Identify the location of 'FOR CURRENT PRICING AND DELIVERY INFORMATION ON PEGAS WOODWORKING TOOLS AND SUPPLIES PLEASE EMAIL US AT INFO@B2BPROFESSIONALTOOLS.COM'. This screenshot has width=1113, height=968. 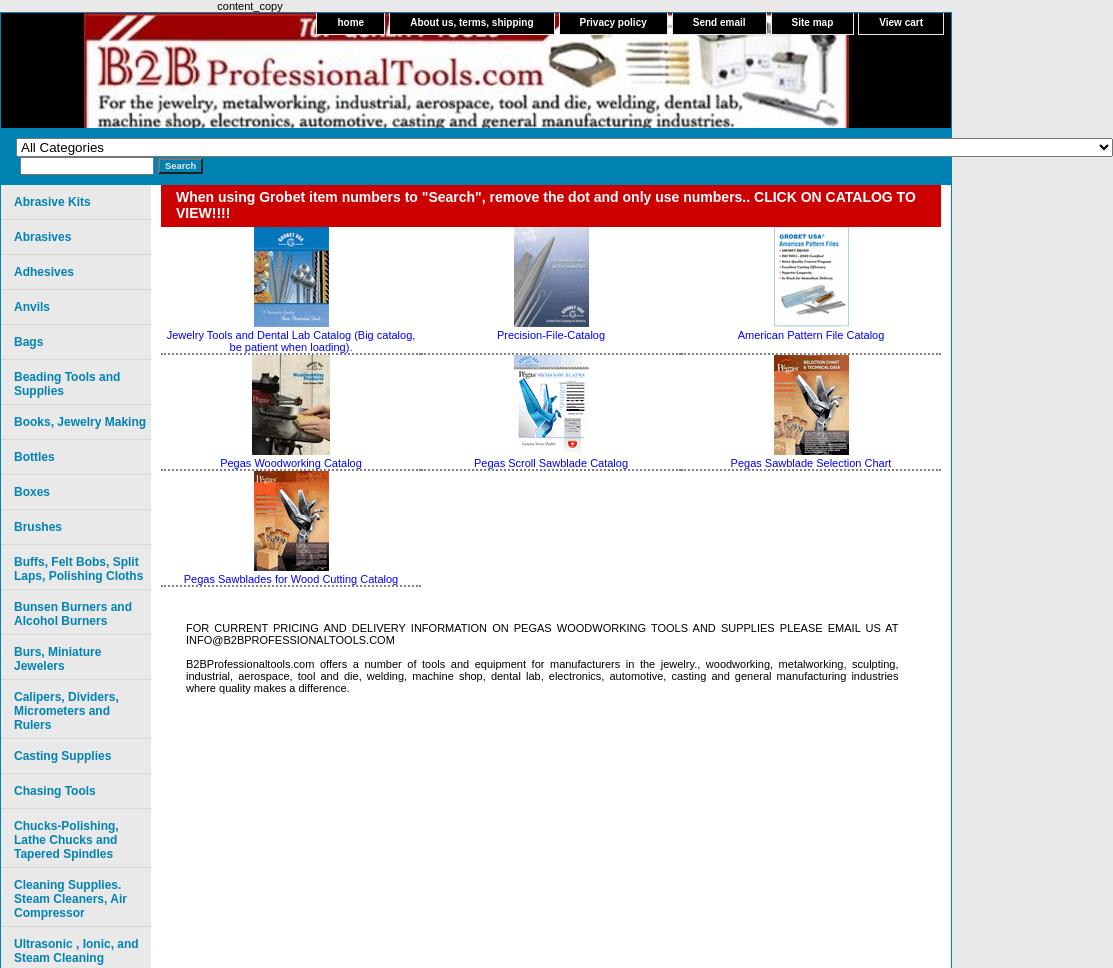
(542, 633).